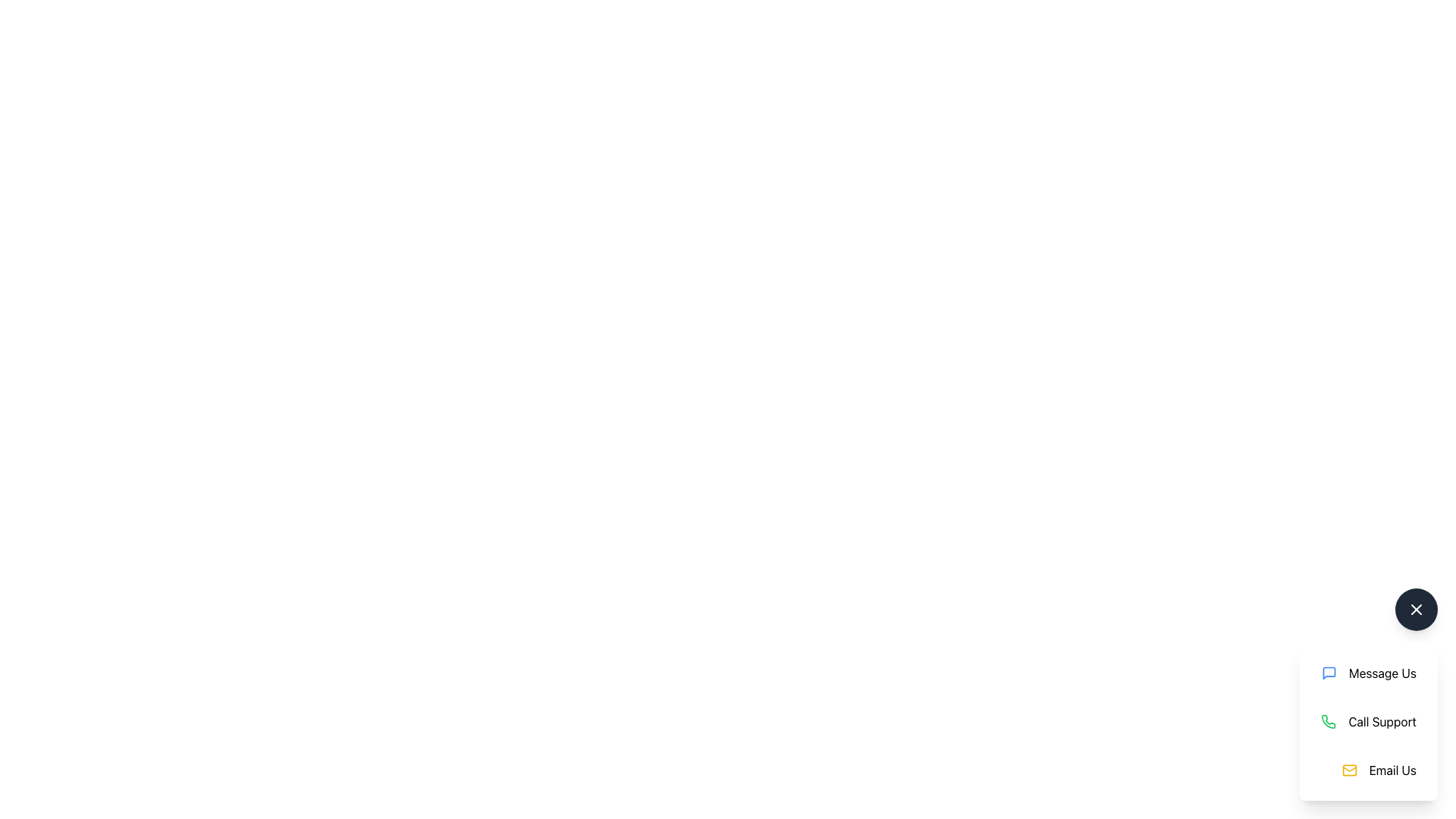 Image resolution: width=1456 pixels, height=819 pixels. Describe the element at coordinates (1328, 721) in the screenshot. I see `the 'Call Support' icon located in the dropdown menu at the bottom right-hand corner of the interface, which is positioned to the left of the text label 'Call Support'` at that location.